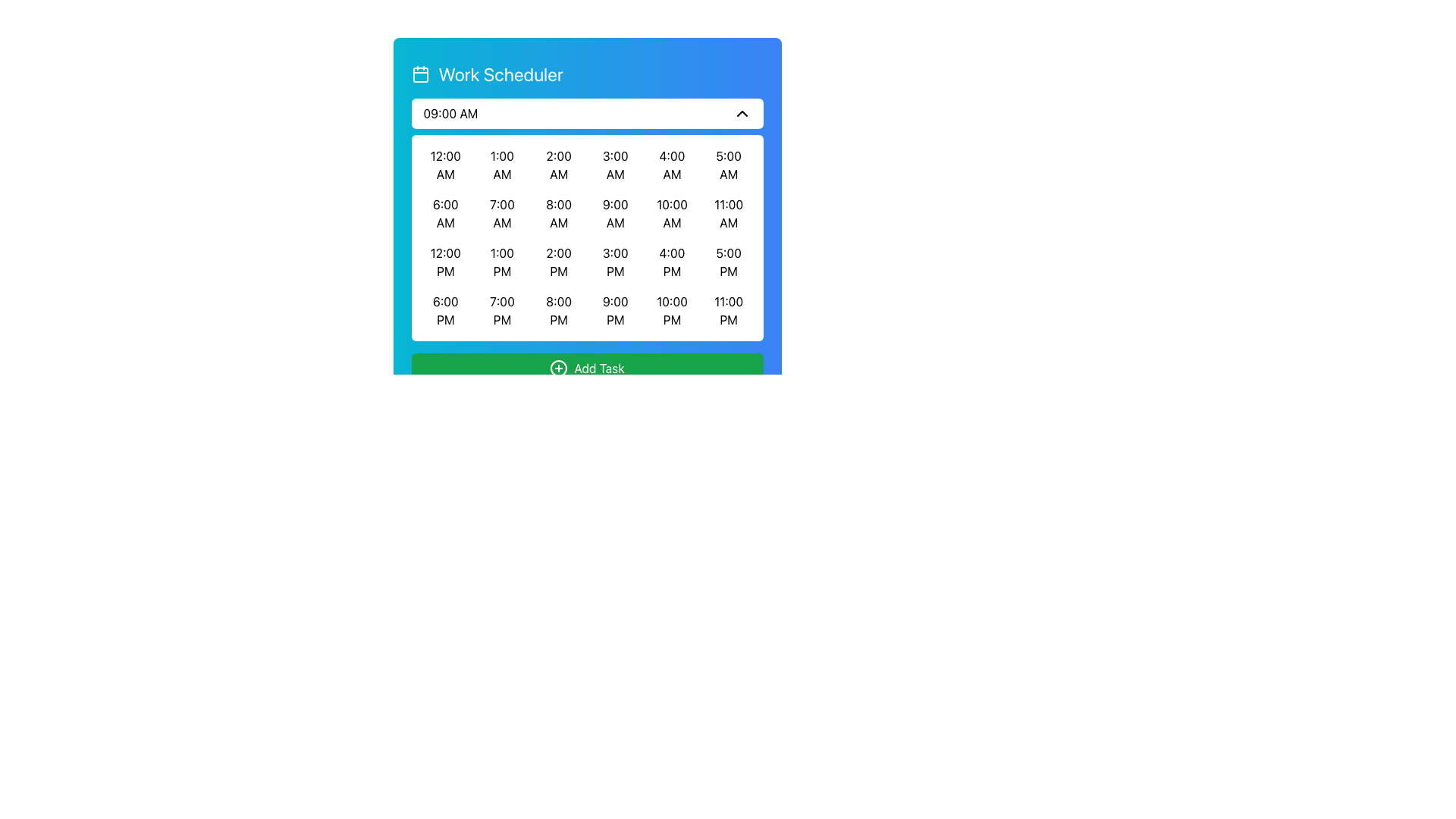 This screenshot has width=1456, height=819. I want to click on the interactive text label displaying '10:00 PM' in the schedule interface, so click(671, 309).